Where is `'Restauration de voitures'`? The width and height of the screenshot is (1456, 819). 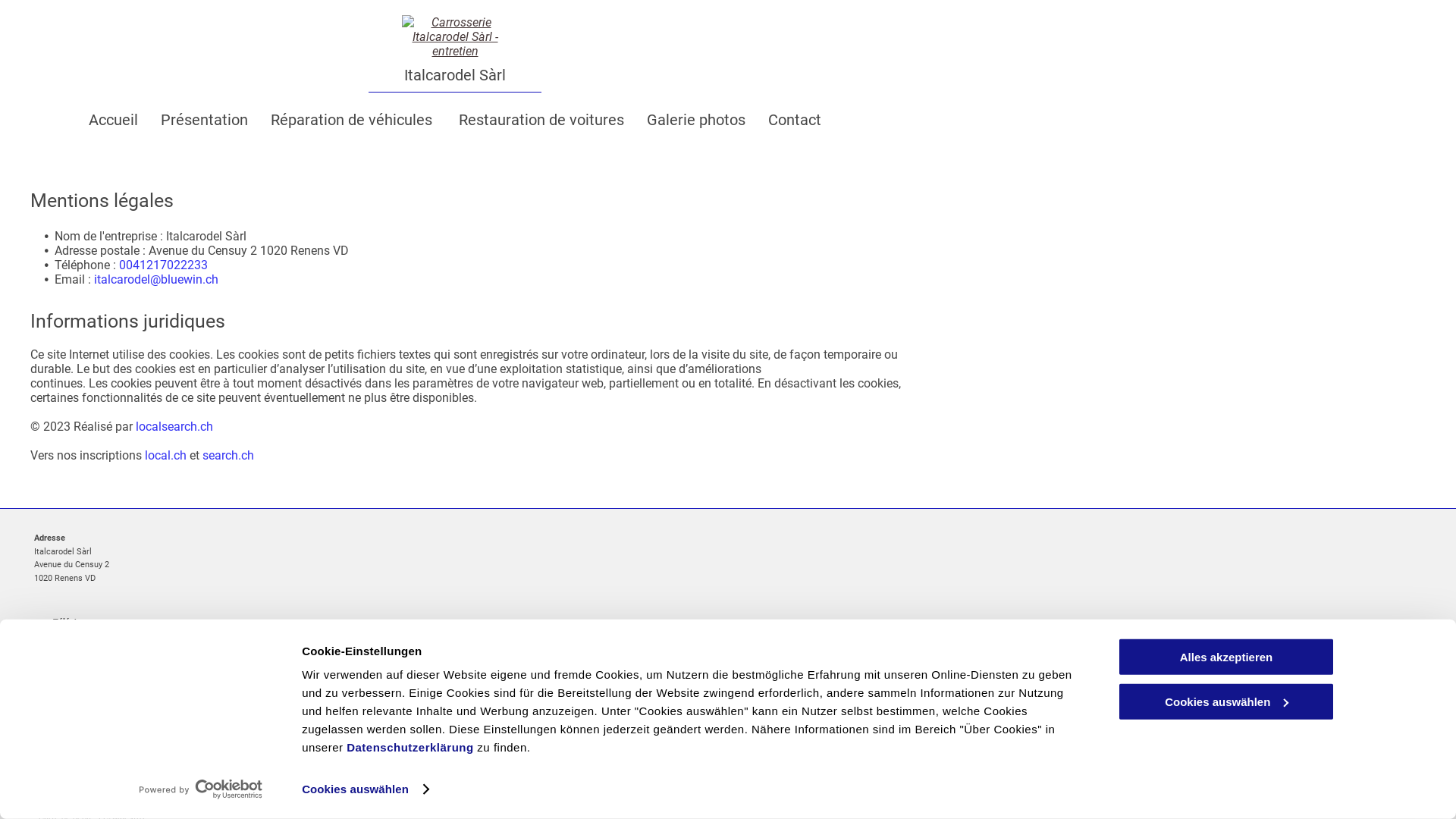 'Restauration de voitures' is located at coordinates (457, 115).